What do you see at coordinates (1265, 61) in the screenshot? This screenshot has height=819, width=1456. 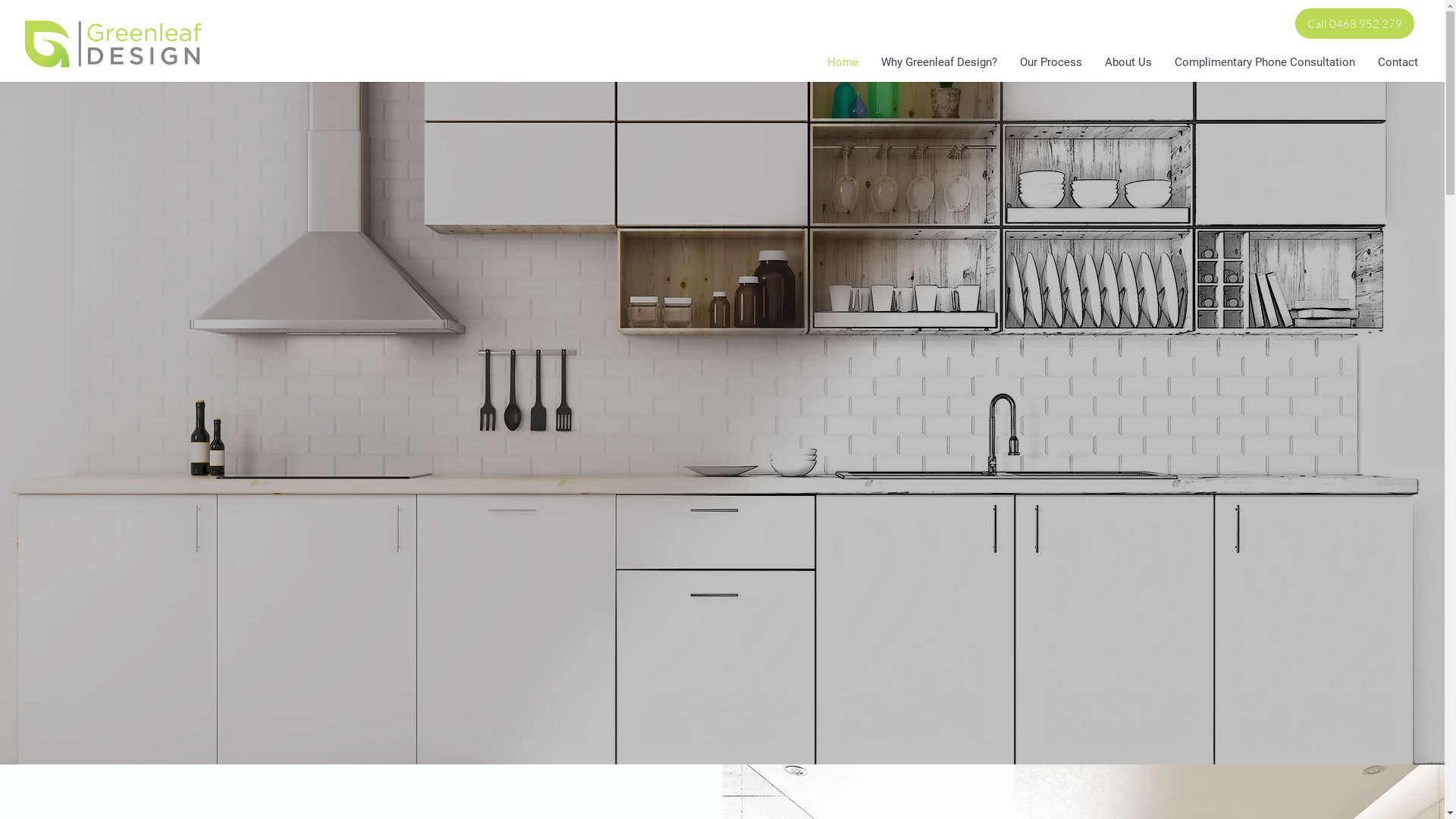 I see `'Complimentary Phone Consultation'` at bounding box center [1265, 61].